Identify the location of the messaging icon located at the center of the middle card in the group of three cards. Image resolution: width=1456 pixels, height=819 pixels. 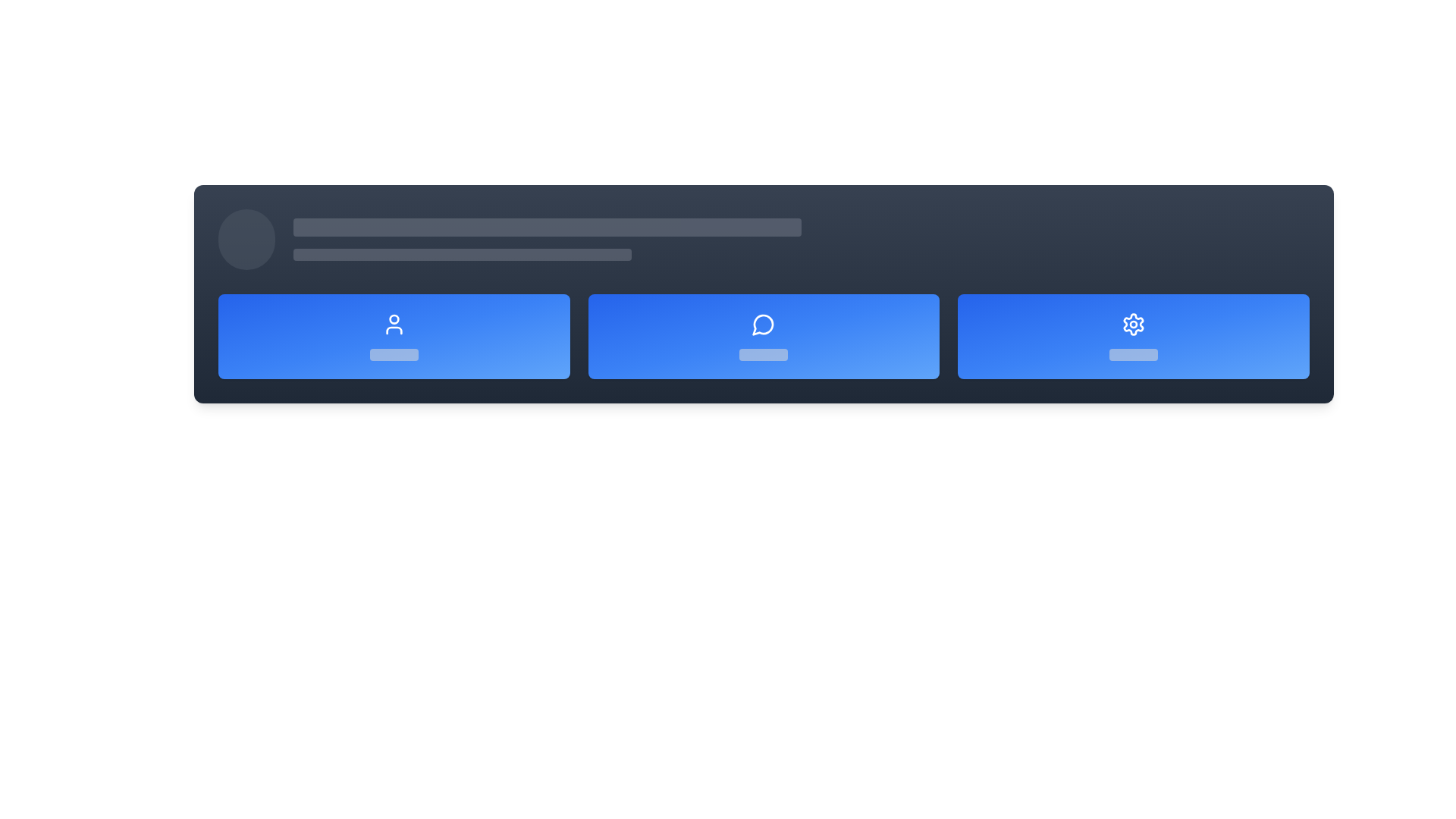
(764, 324).